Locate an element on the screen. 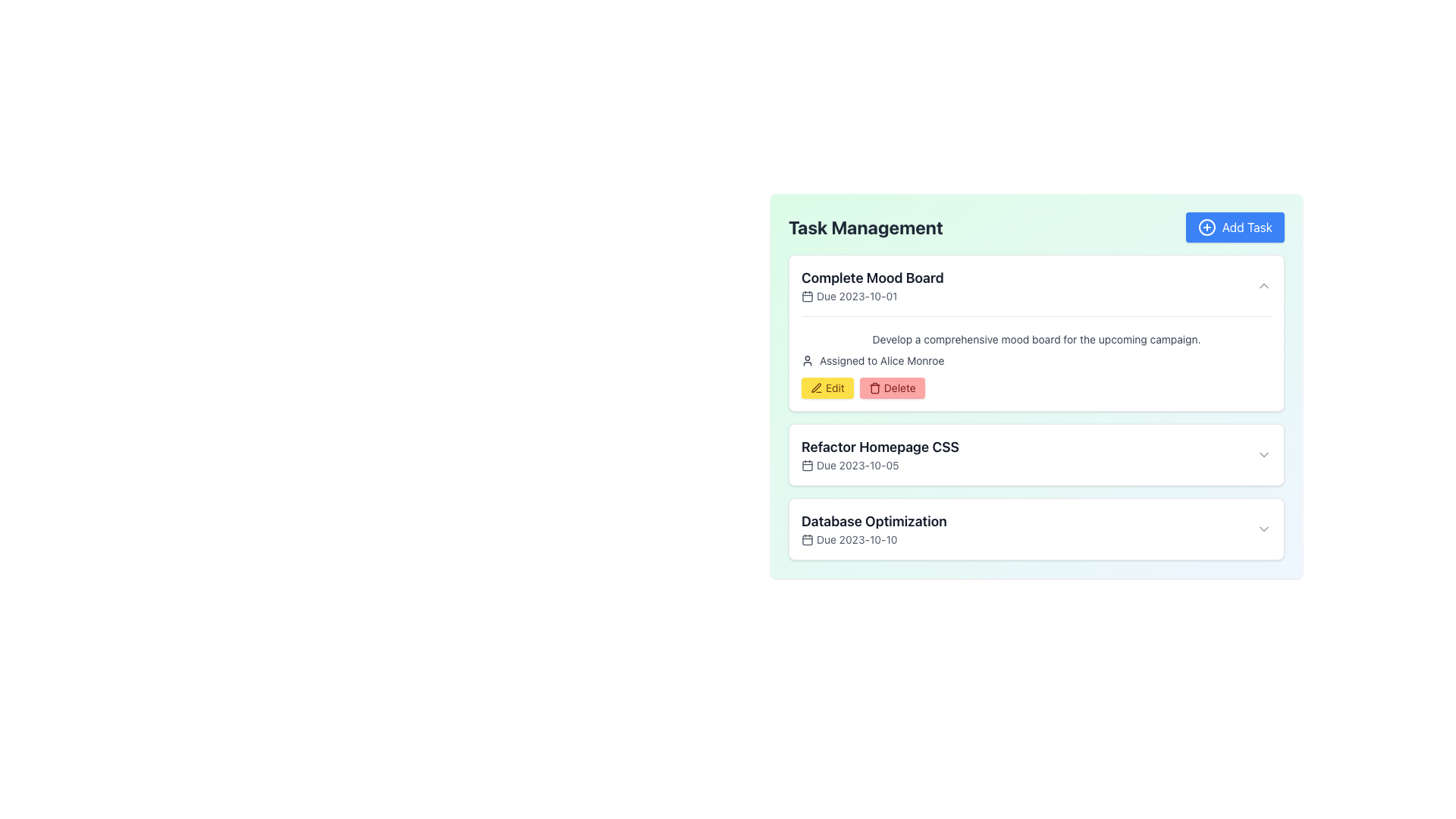 This screenshot has height=819, width=1456. the Dropdown indicator (chevron icon) which is styled in gray and turns blue upon hover, located to the far right of the section containing 'Refactor Homepage CSS' and 'Due 2023-10-05' is located at coordinates (1263, 454).